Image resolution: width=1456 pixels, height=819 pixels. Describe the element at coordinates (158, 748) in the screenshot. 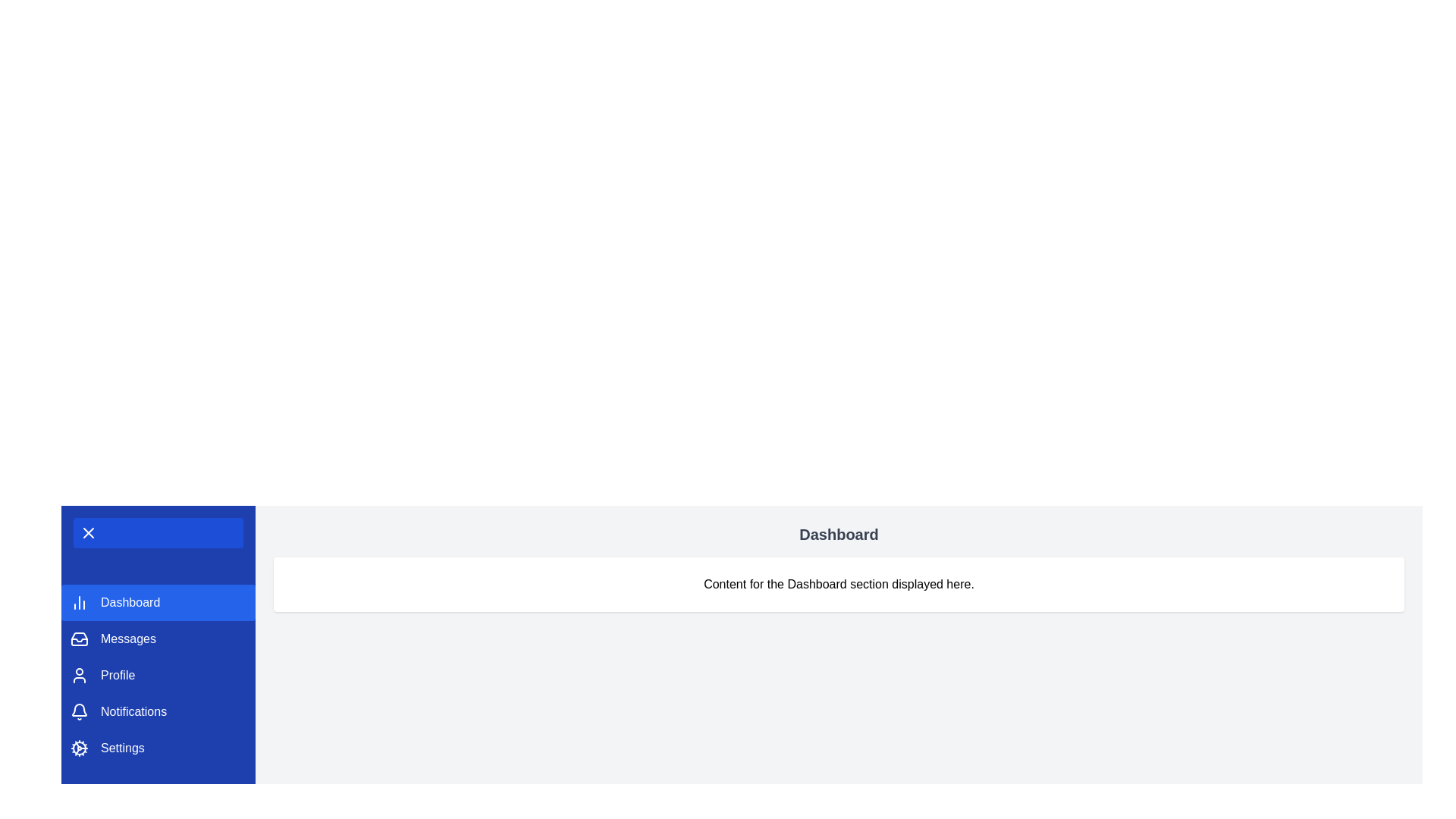

I see `the fifth menu item in the vertical navigation menu on the left side of the interface` at that location.